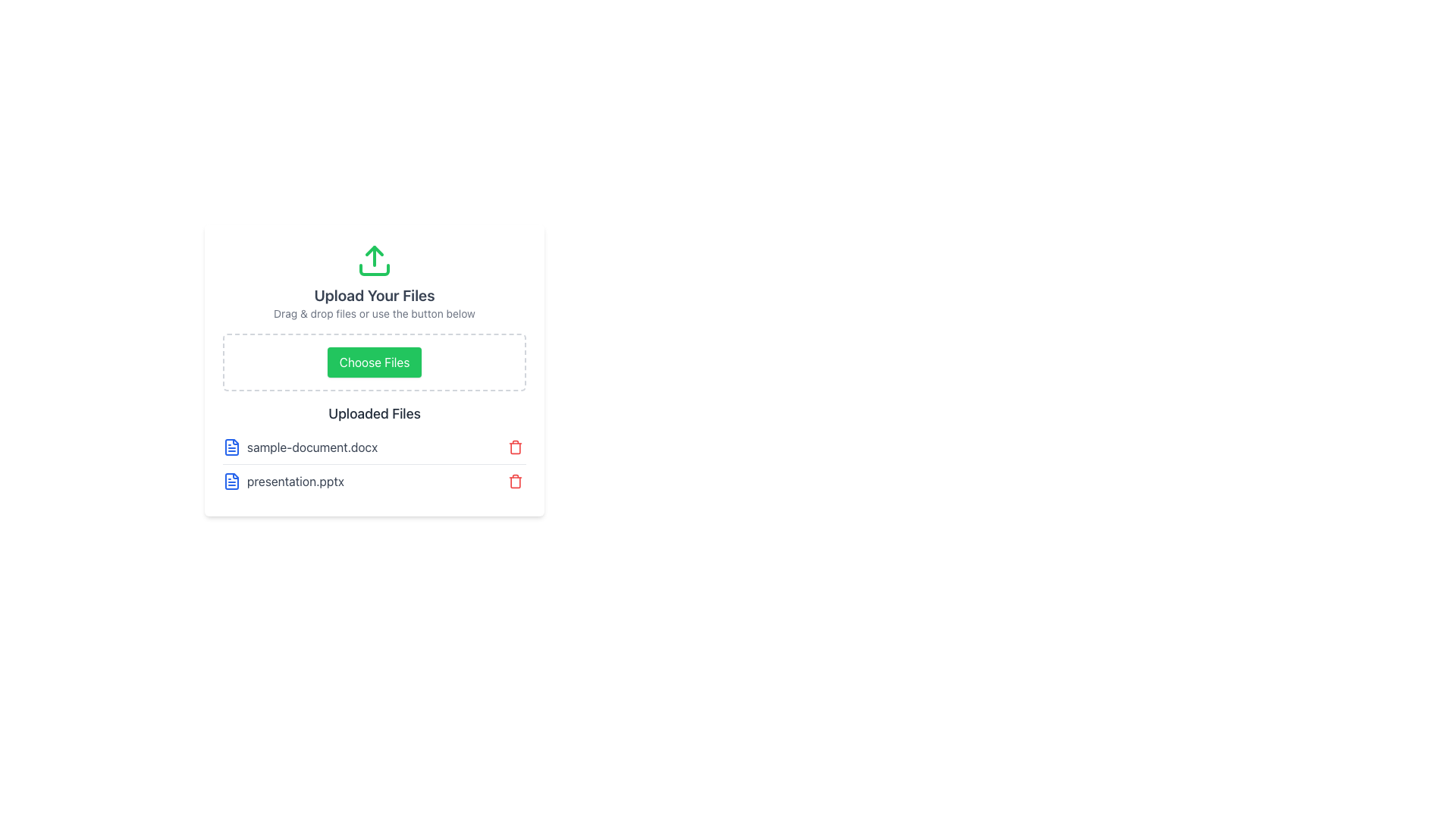  Describe the element at coordinates (375, 370) in the screenshot. I see `the green 'Choose Files' button` at that location.